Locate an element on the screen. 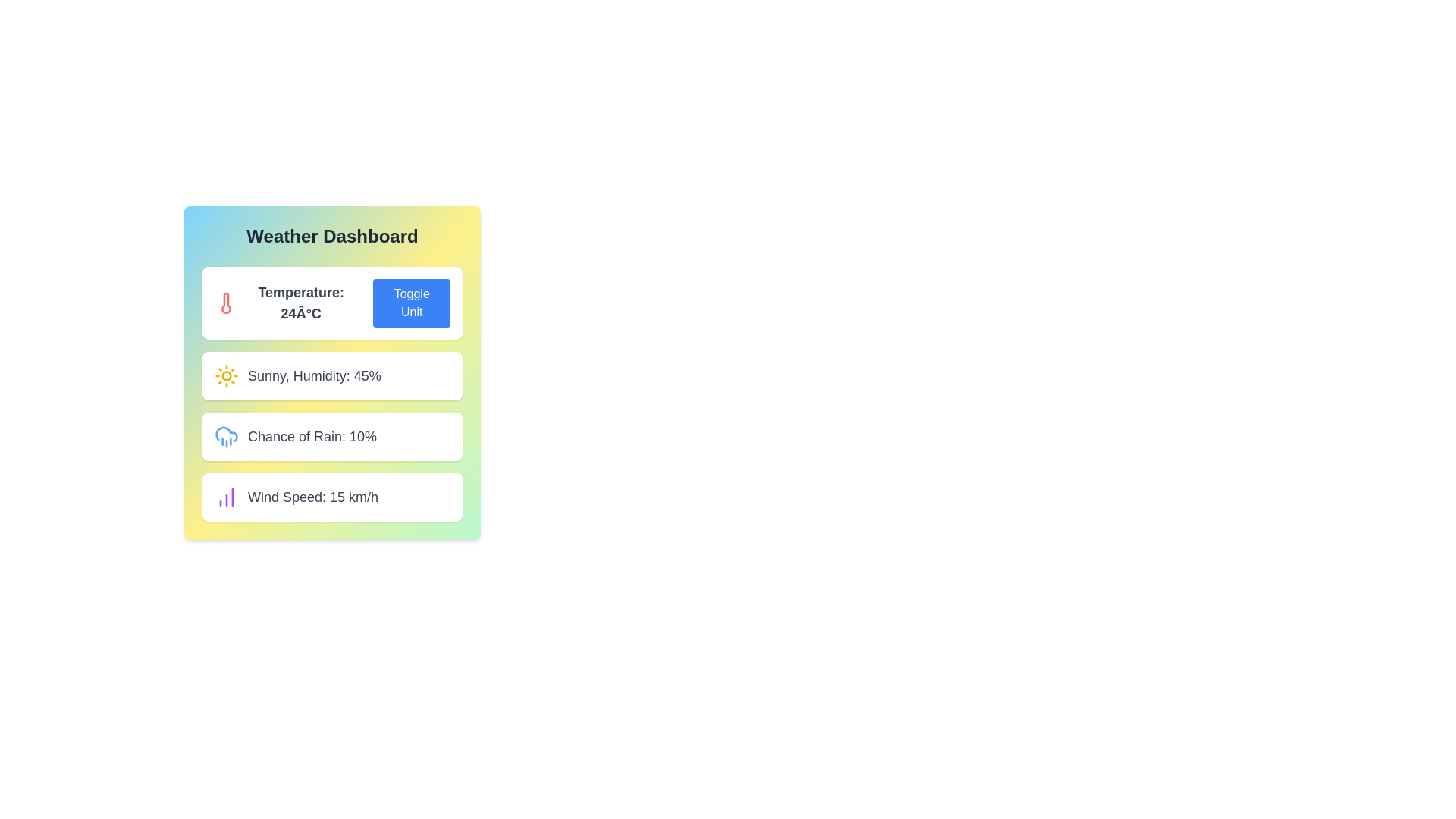 The height and width of the screenshot is (819, 1456). text of the title label at the top-center of the weather dashboard, which indicates the content below is located at coordinates (331, 237).